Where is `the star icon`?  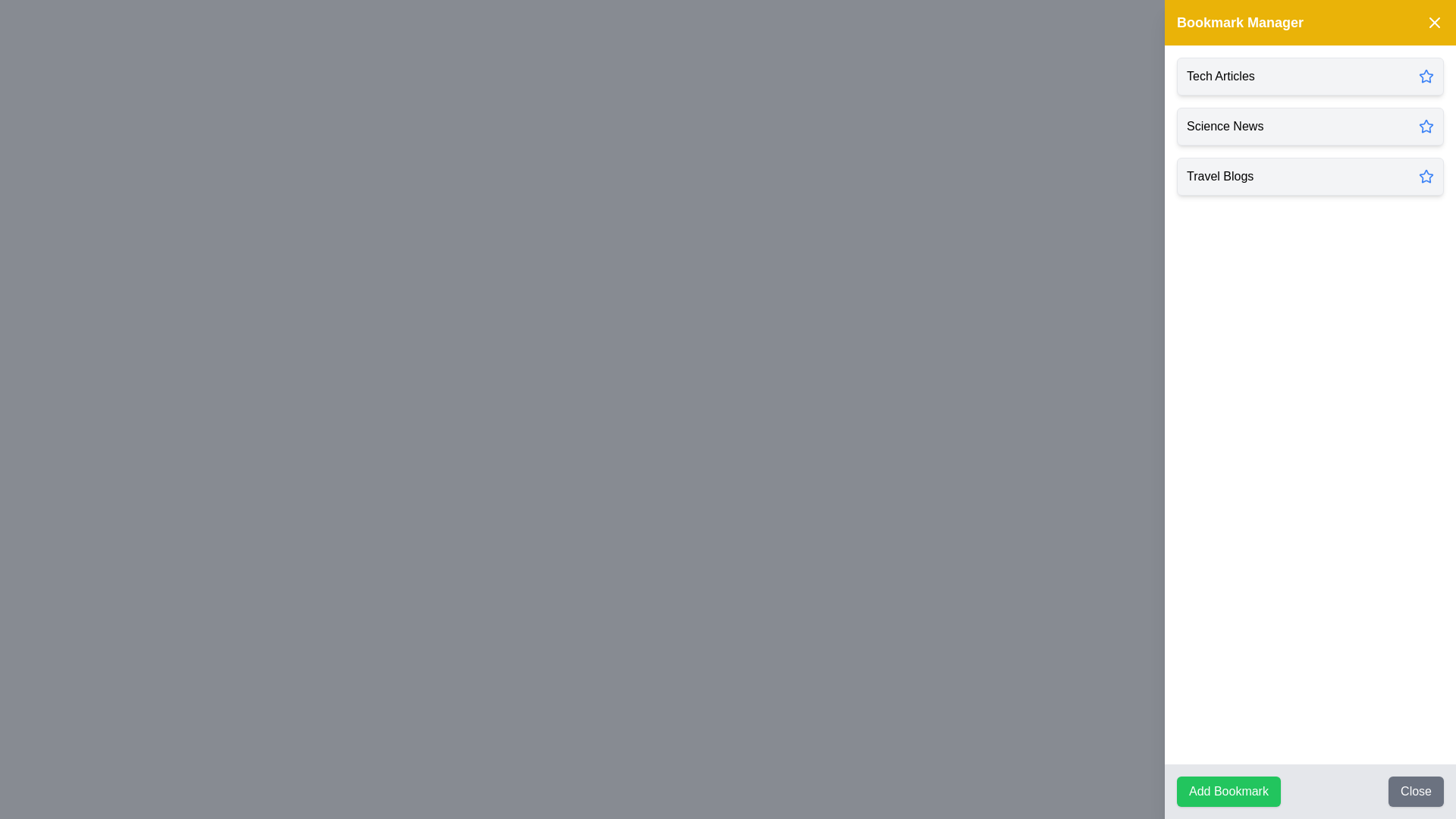
the star icon is located at coordinates (1426, 76).